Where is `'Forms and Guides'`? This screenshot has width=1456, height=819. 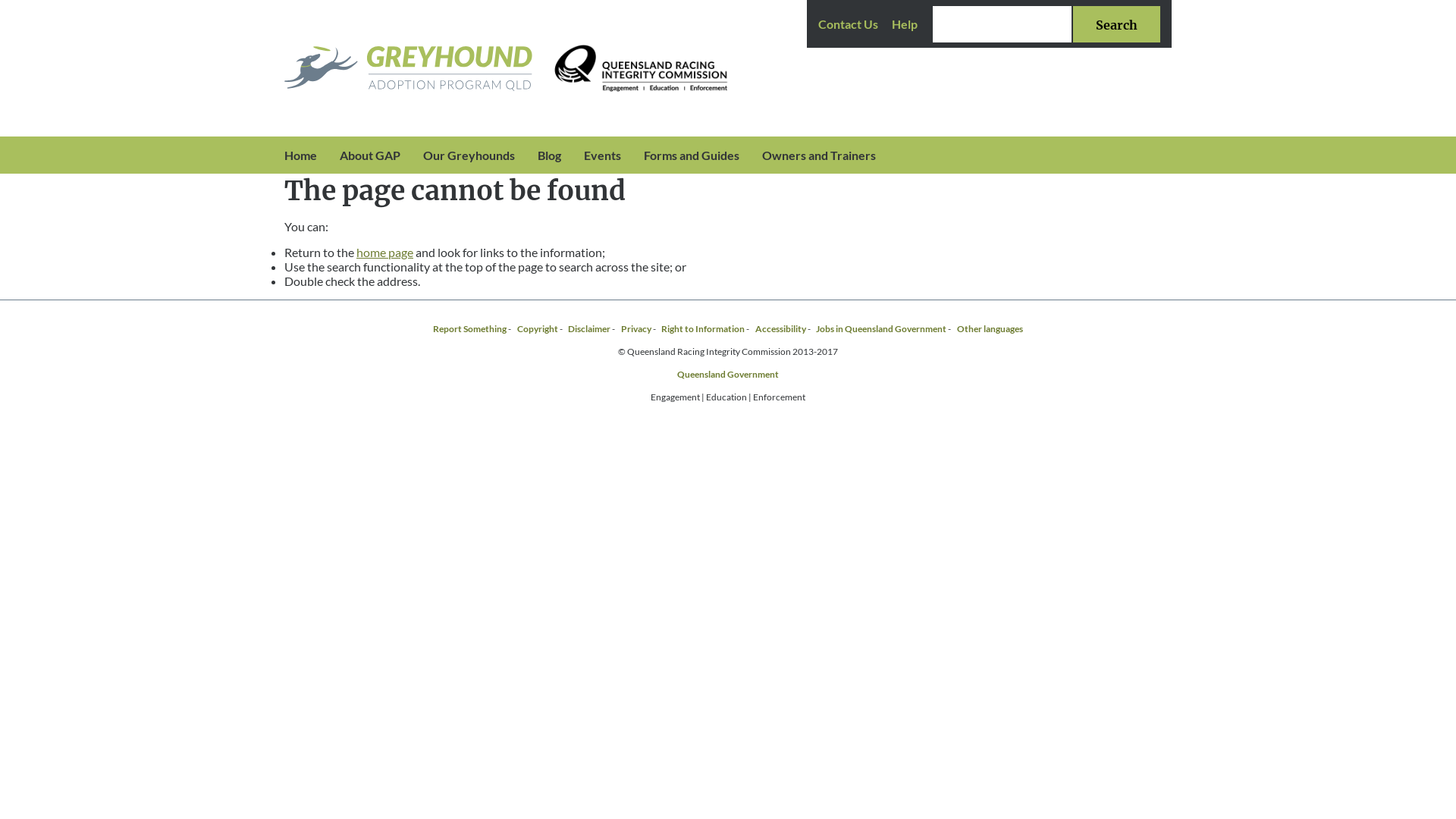
'Forms and Guides' is located at coordinates (632, 155).